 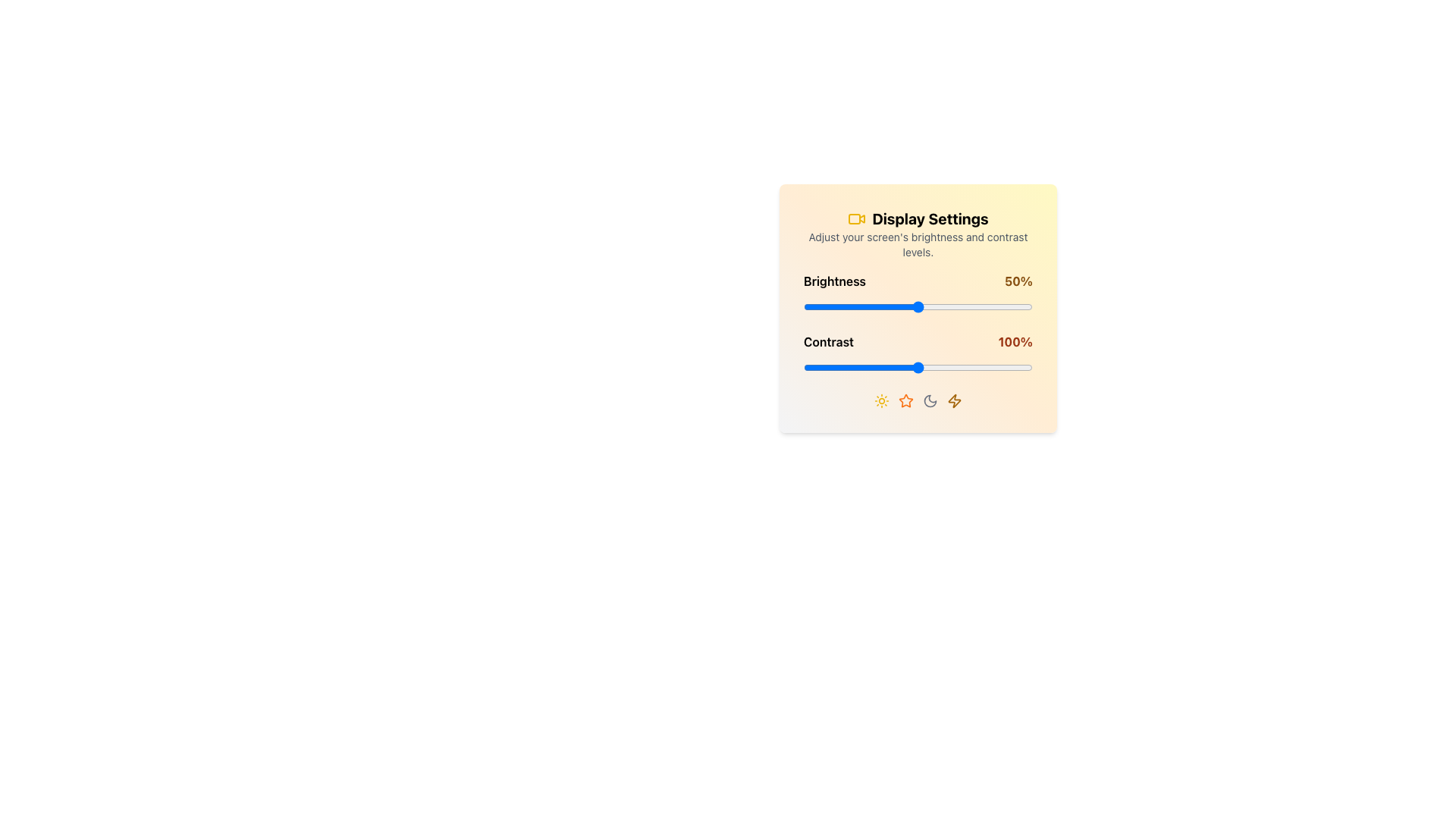 What do you see at coordinates (855, 219) in the screenshot?
I see `the SVG rectangle element with rounded edges, part of the yellow-highlighted camera icon near the 'Display Settings' title` at bounding box center [855, 219].